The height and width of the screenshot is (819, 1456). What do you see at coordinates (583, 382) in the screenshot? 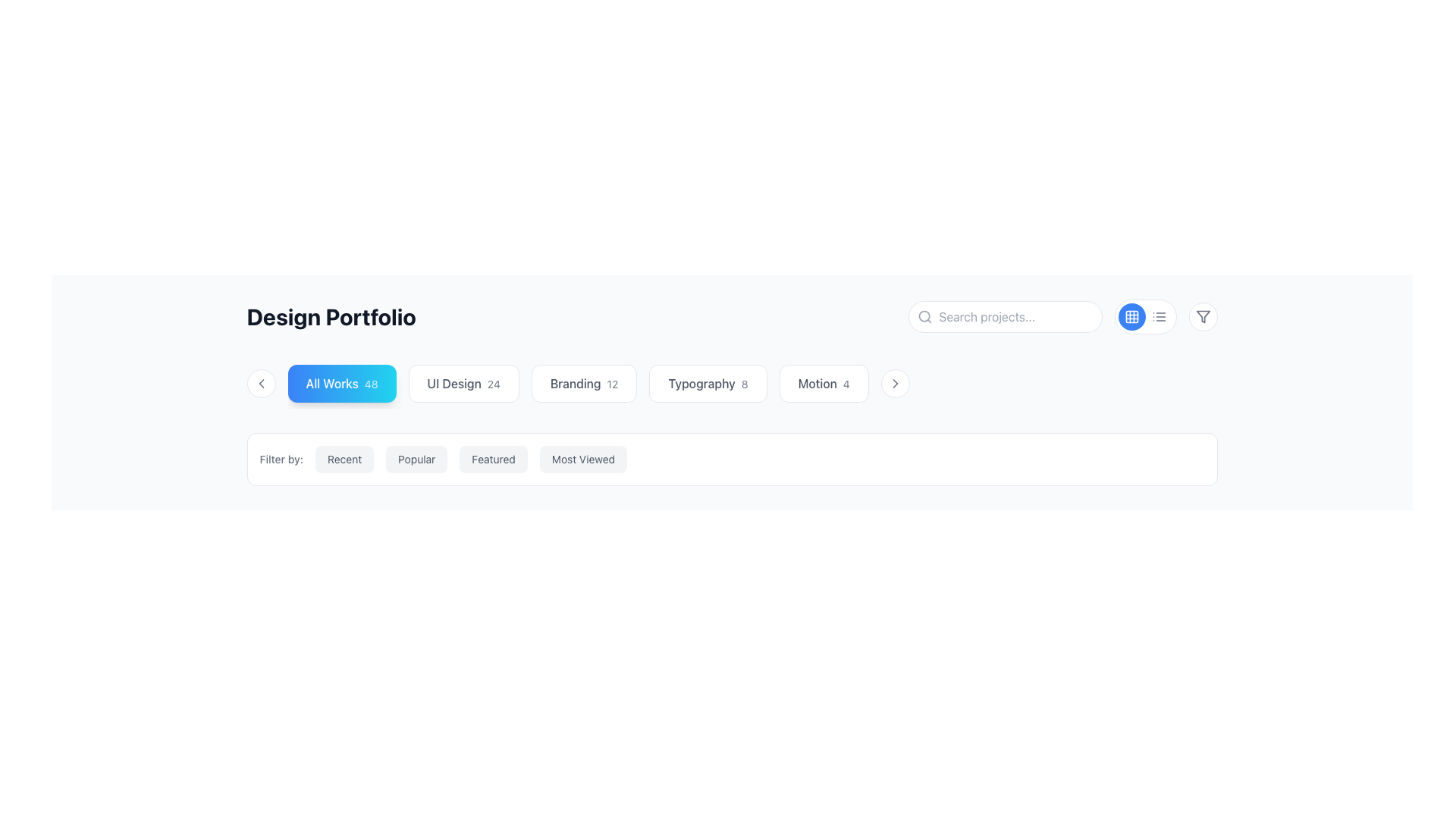
I see `the 'Branding' button, which is a rectangular button with softly rounded corners, displaying the text 'Branding' in a medium-weight font and lighter '12' in a smaller semi-transparent style, to filter by Branding` at bounding box center [583, 382].